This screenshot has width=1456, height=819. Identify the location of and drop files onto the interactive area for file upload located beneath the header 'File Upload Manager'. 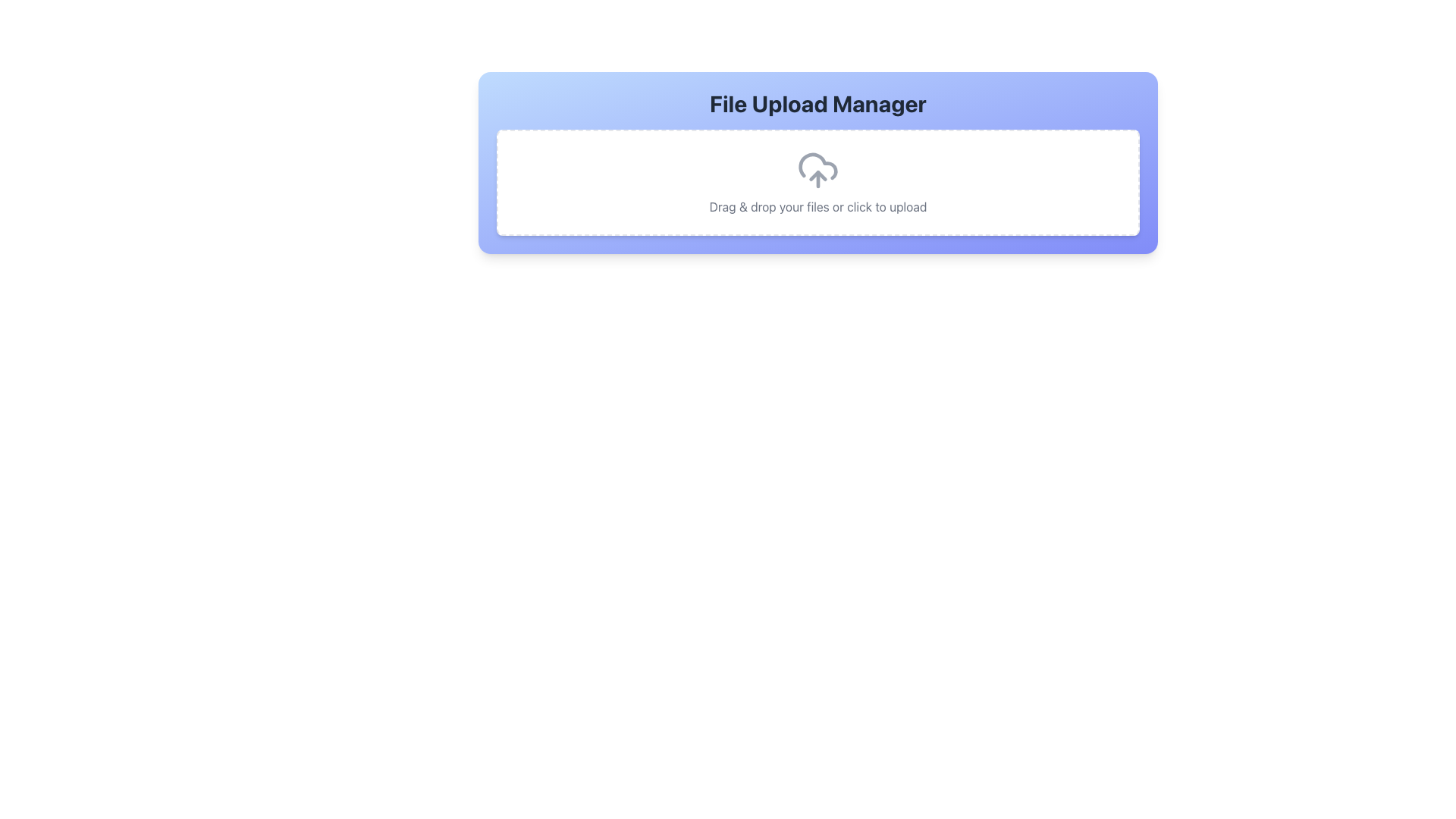
(817, 181).